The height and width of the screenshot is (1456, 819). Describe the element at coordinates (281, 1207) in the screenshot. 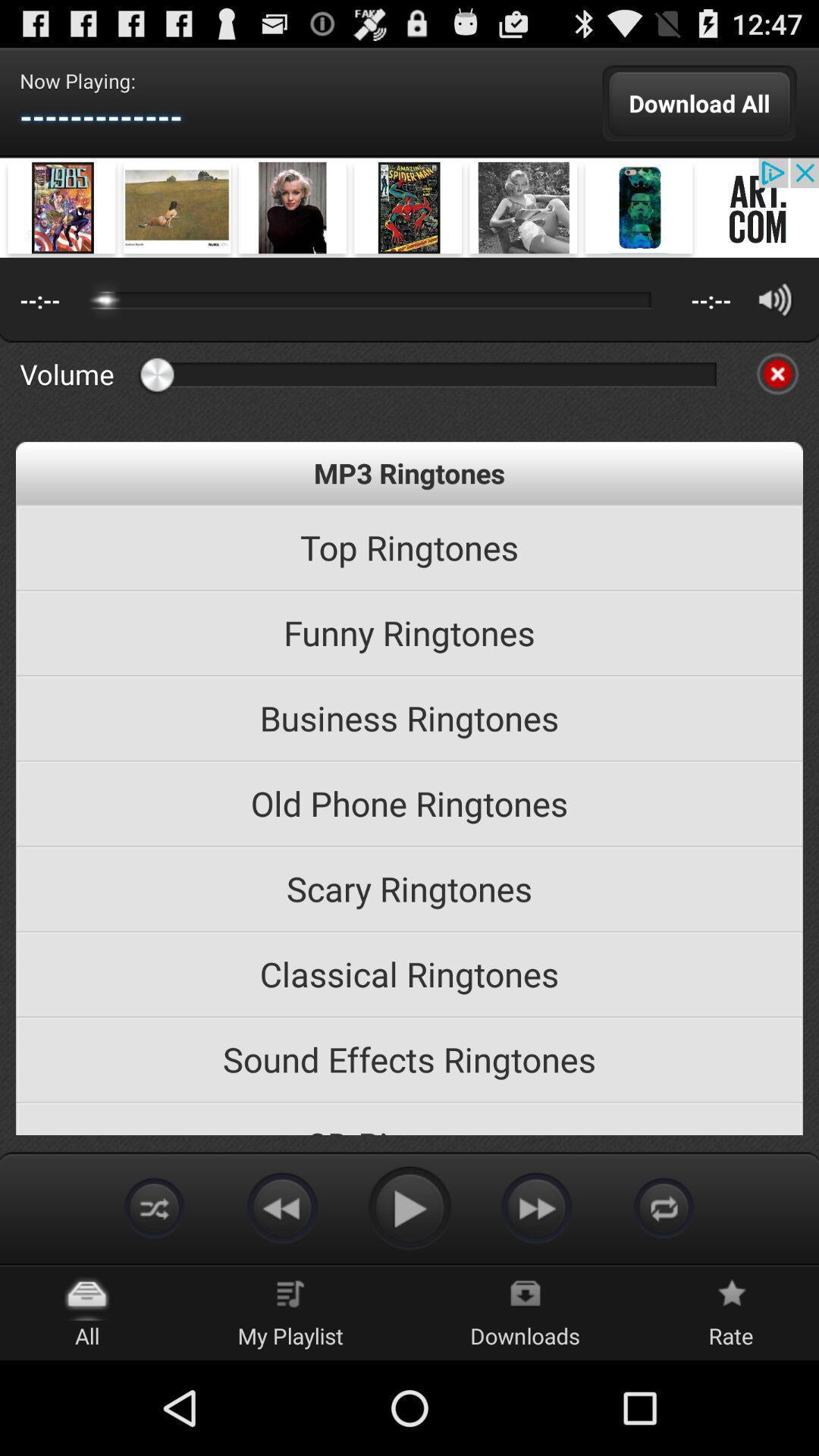

I see `rewind` at that location.